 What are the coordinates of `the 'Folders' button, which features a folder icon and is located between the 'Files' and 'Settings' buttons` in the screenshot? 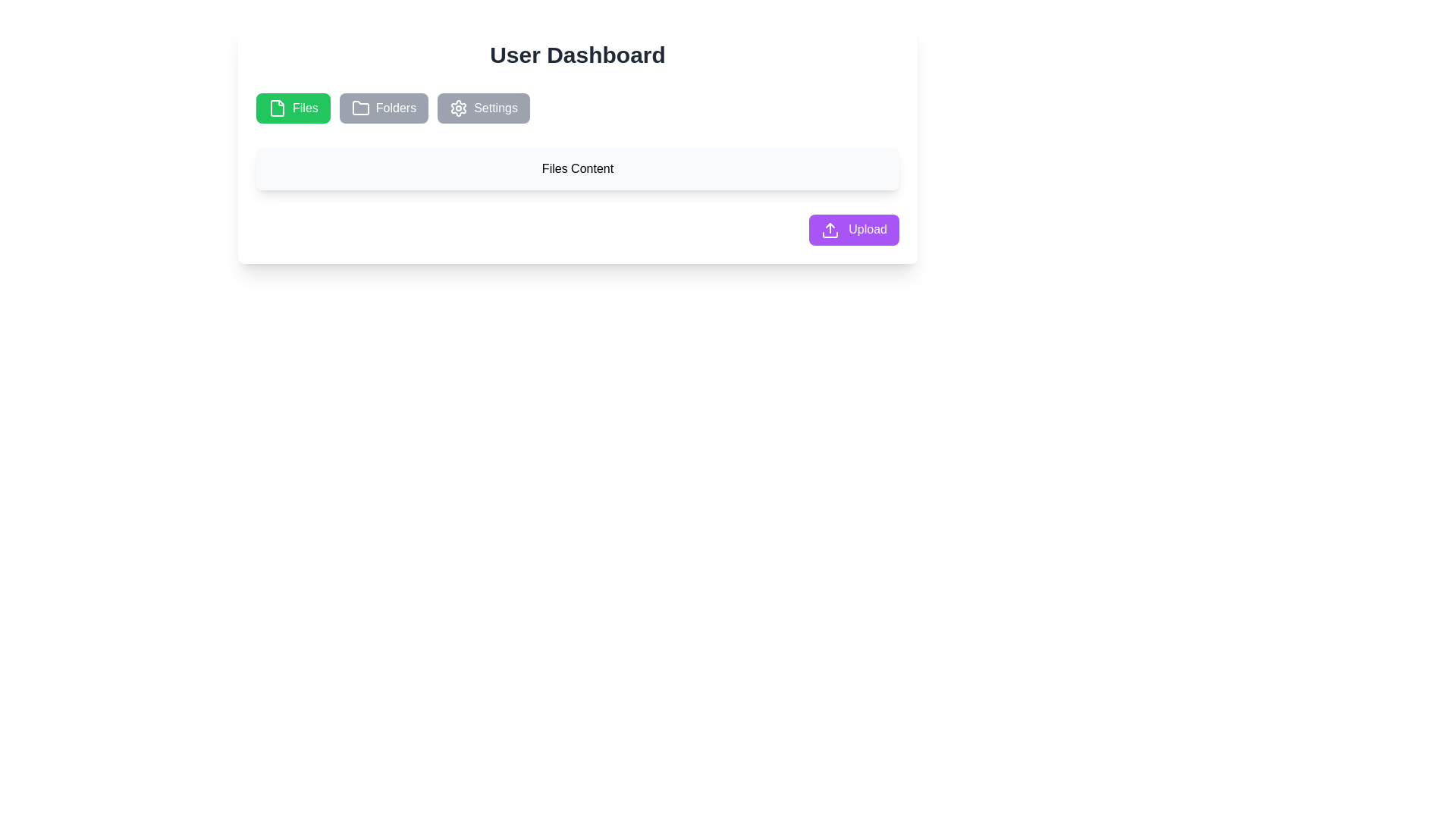 It's located at (384, 107).